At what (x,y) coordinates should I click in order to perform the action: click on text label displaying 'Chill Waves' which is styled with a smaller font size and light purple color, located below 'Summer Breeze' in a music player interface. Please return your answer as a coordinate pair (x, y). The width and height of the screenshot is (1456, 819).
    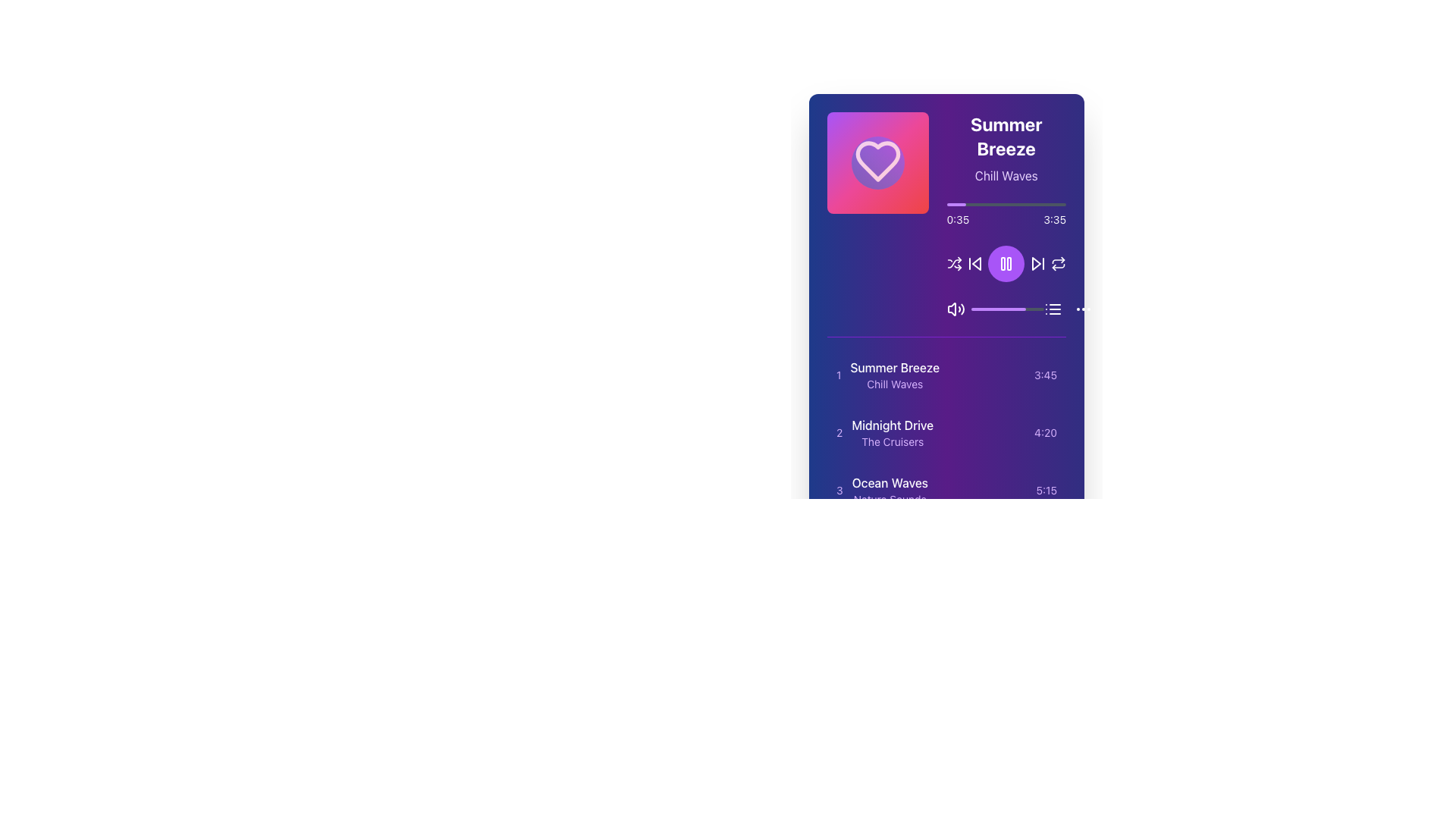
    Looking at the image, I should click on (895, 383).